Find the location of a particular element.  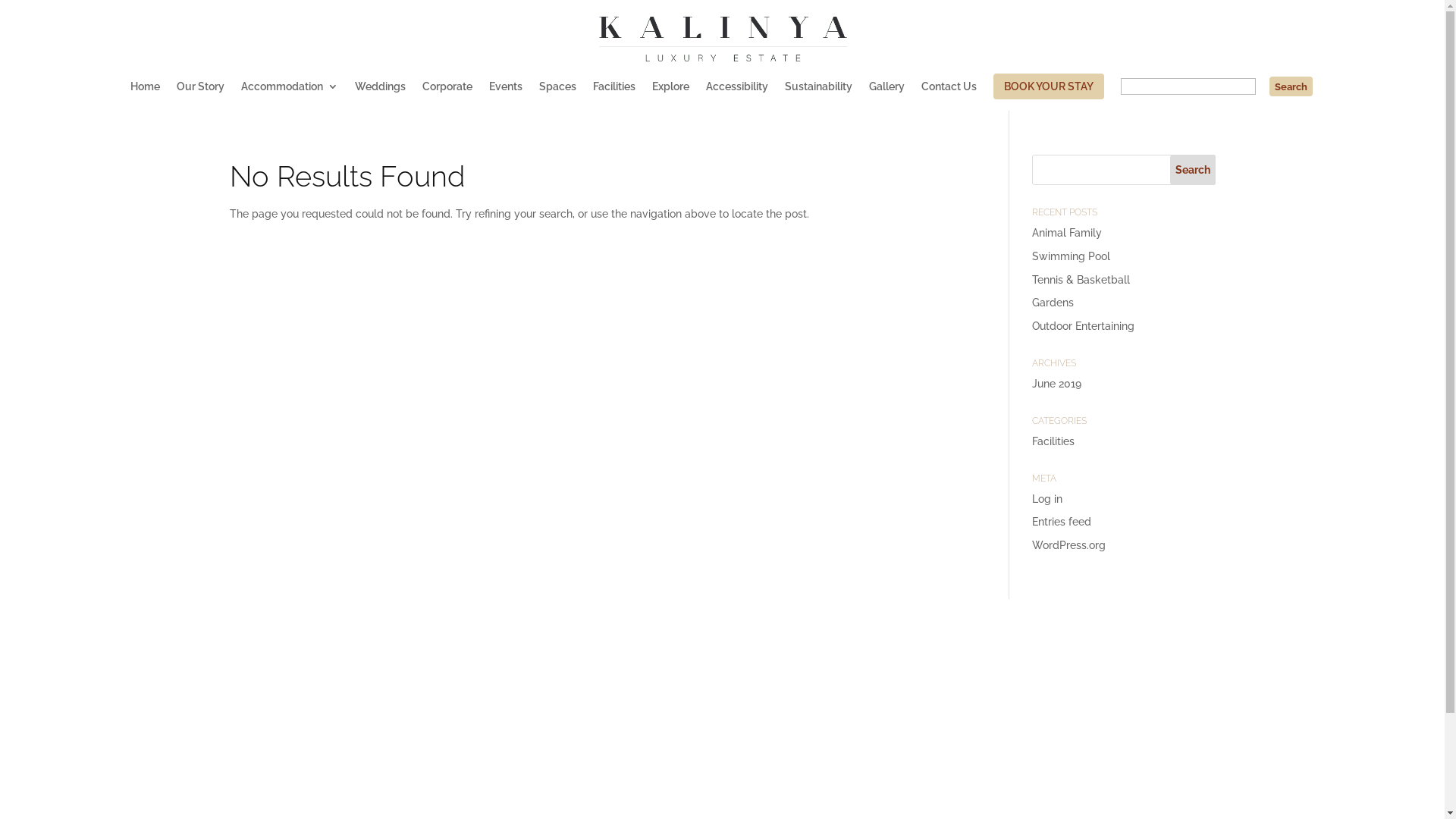

'Accessibility' is located at coordinates (736, 93).